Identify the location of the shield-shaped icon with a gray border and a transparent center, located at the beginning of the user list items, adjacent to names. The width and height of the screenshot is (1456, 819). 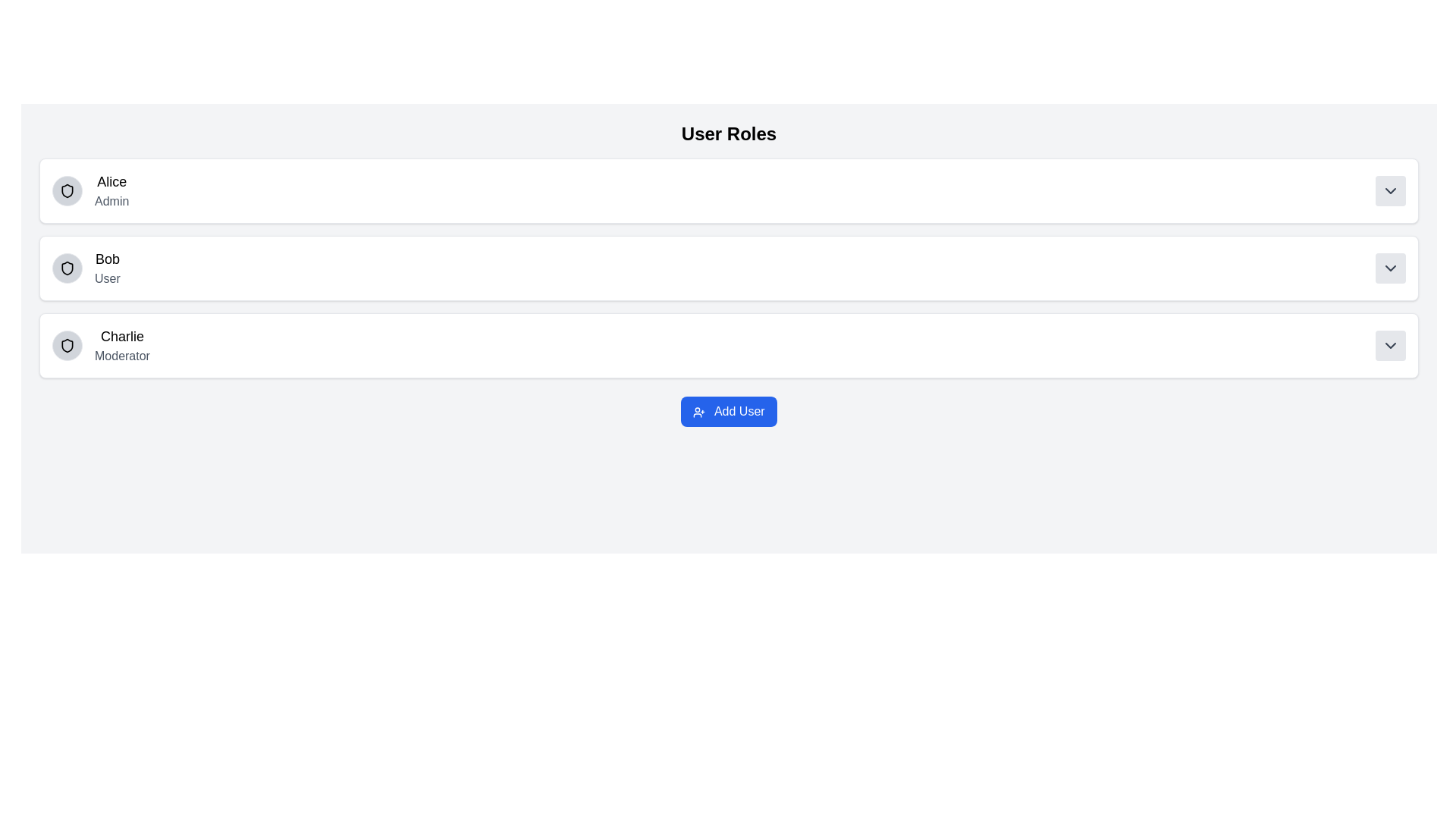
(67, 268).